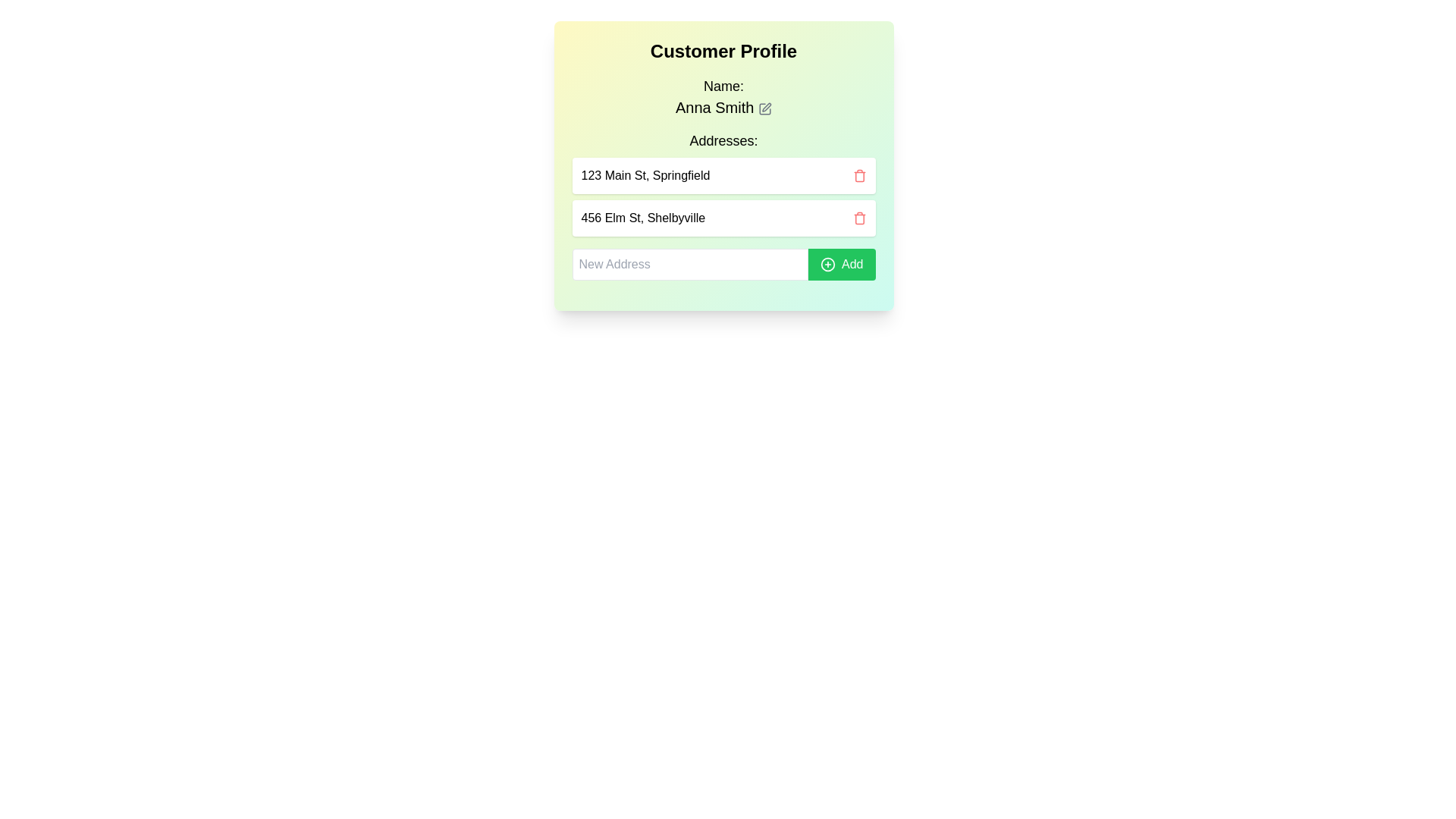 The width and height of the screenshot is (1456, 819). What do you see at coordinates (767, 106) in the screenshot?
I see `the small pen-like icon representing the edit function located next to the label 'Anna Smith' in the dialog box` at bounding box center [767, 106].